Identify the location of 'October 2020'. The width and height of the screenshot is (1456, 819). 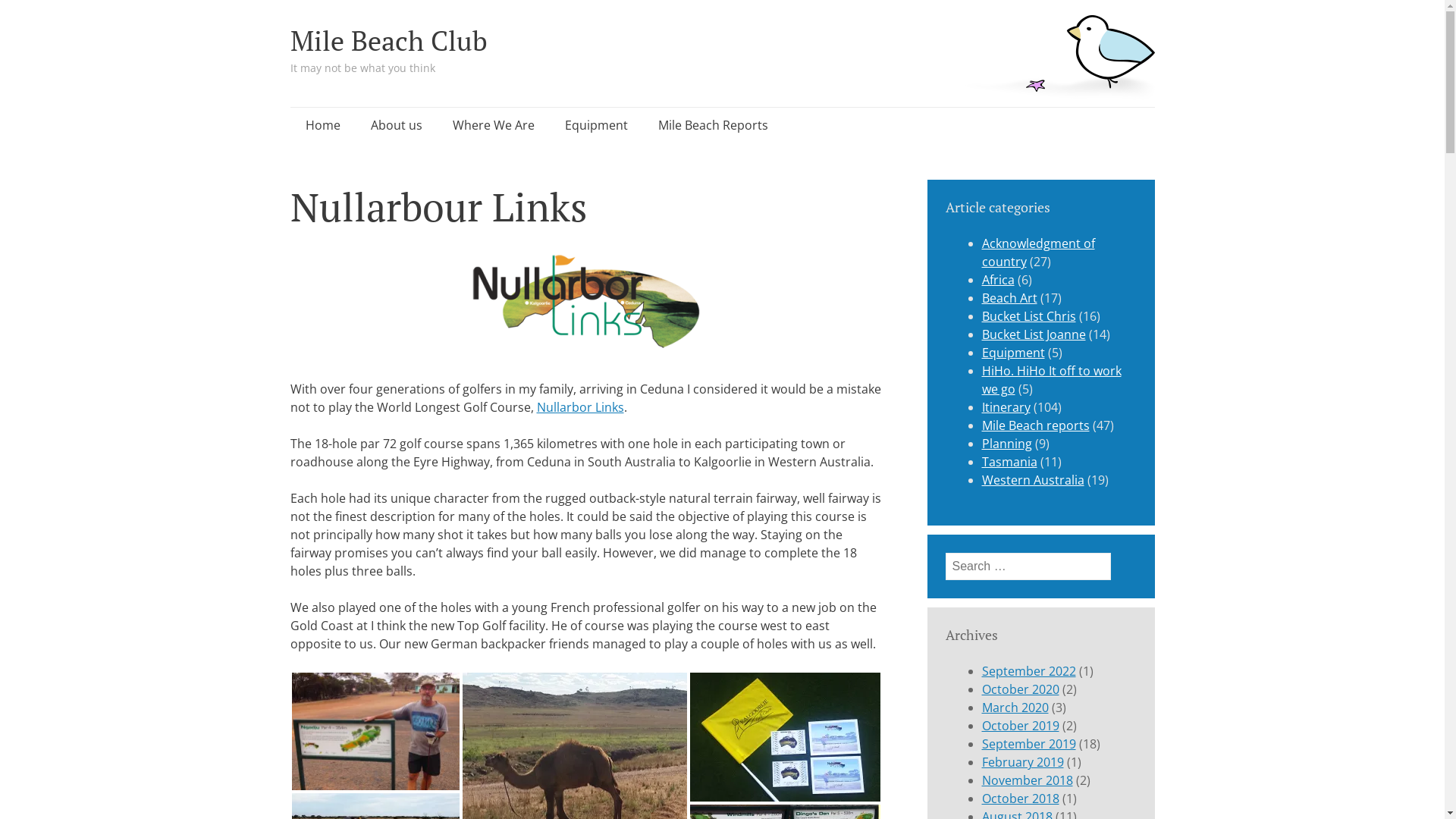
(1019, 689).